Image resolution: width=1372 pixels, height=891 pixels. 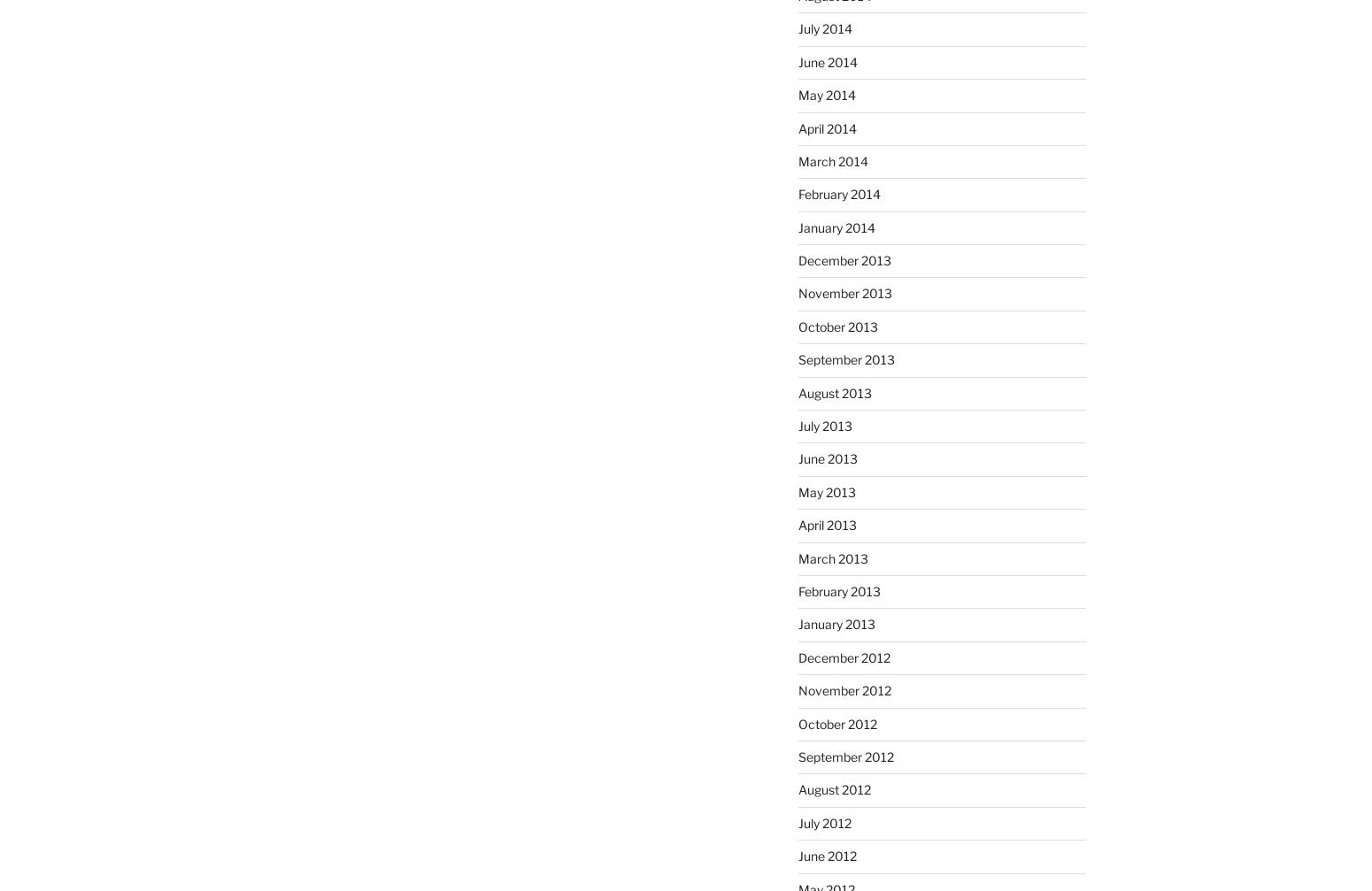 I want to click on 'October 2012', so click(x=836, y=722).